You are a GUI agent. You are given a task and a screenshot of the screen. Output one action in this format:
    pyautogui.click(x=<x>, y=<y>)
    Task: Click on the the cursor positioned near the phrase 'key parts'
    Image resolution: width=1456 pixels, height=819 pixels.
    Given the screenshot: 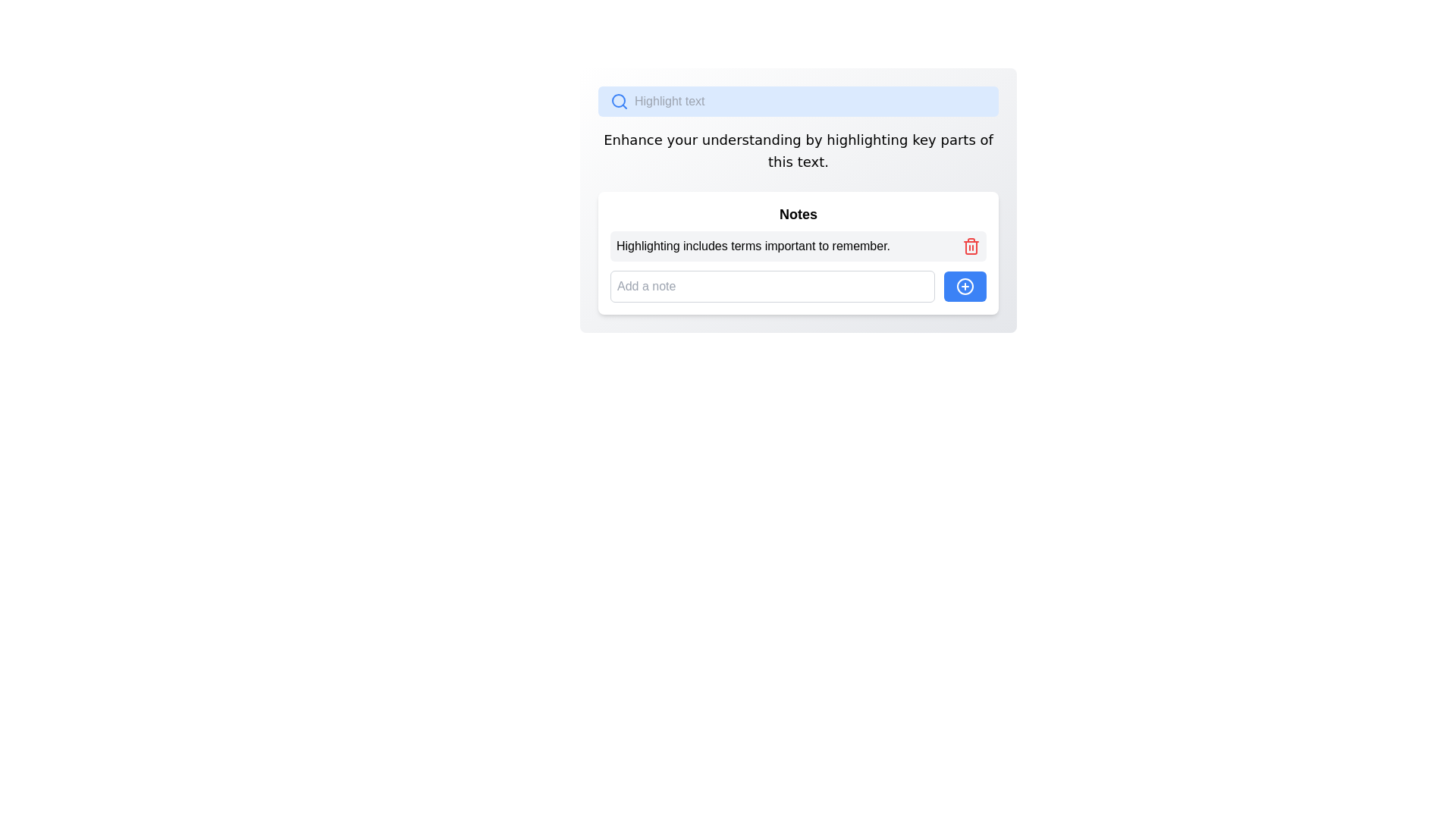 What is the action you would take?
    pyautogui.click(x=937, y=140)
    